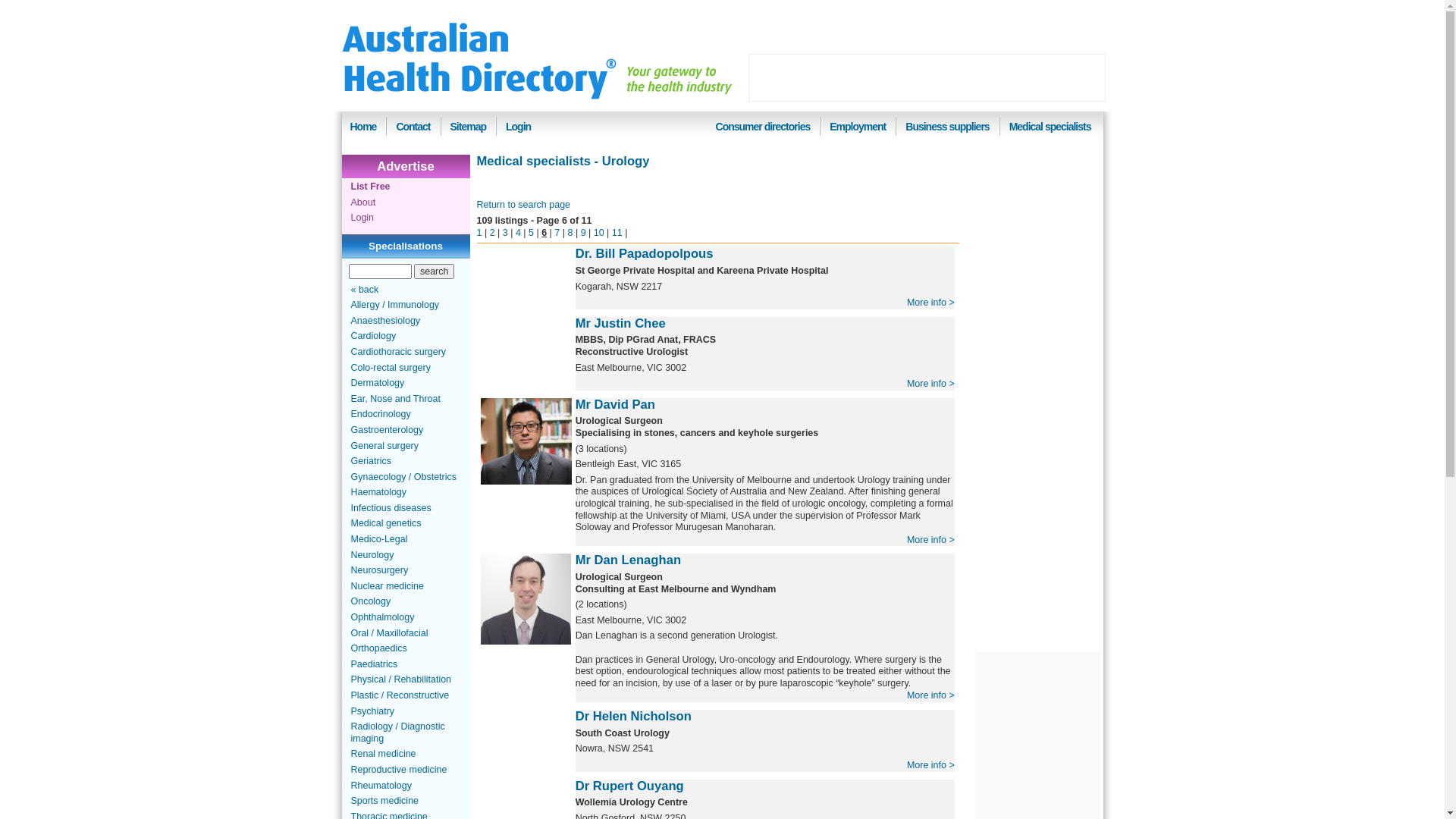 This screenshot has height=819, width=1456. Describe the element at coordinates (384, 444) in the screenshot. I see `'General surgery'` at that location.